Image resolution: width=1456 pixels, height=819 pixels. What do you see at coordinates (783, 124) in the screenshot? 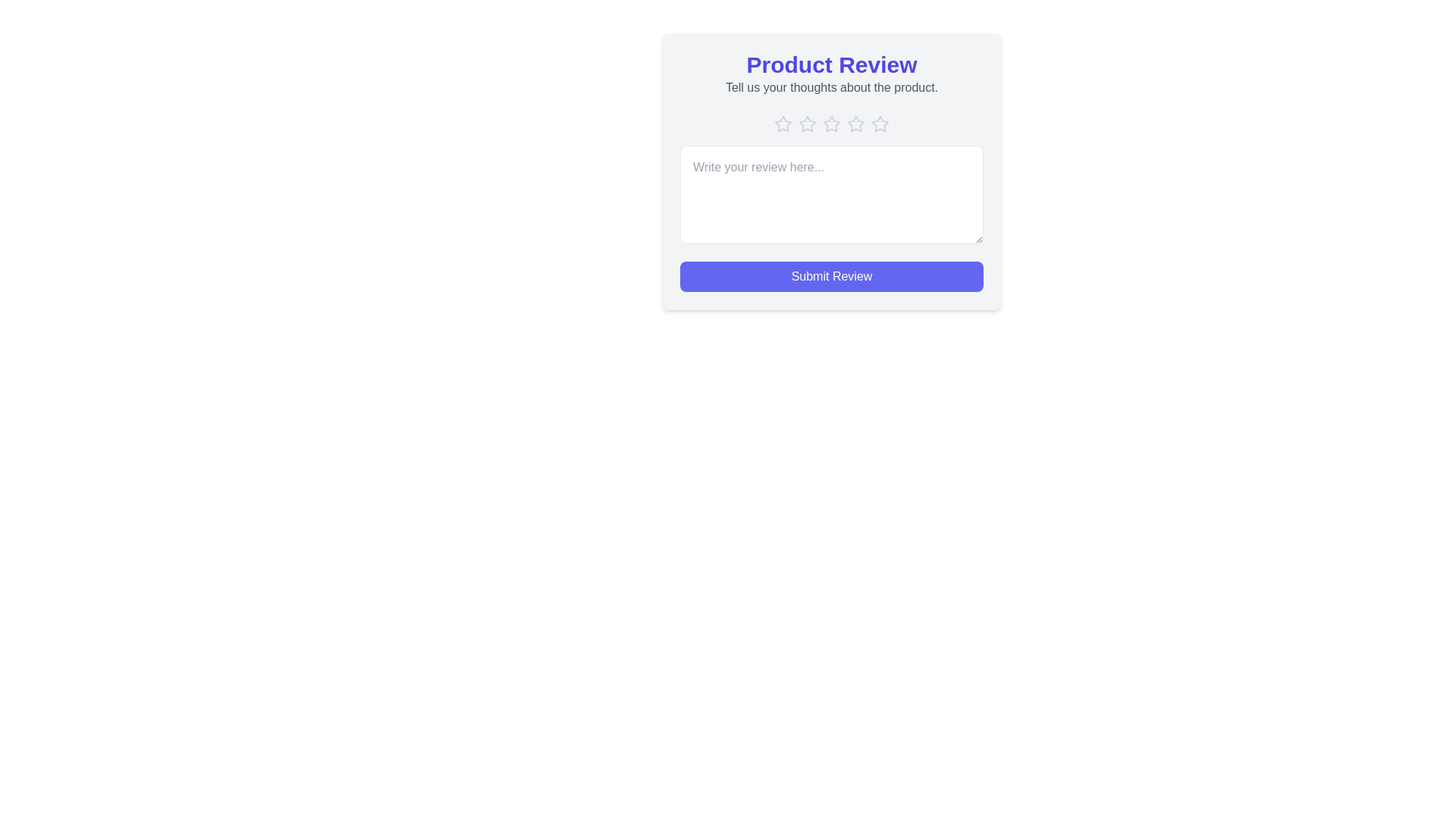
I see `the first star in the row of five stars` at bounding box center [783, 124].